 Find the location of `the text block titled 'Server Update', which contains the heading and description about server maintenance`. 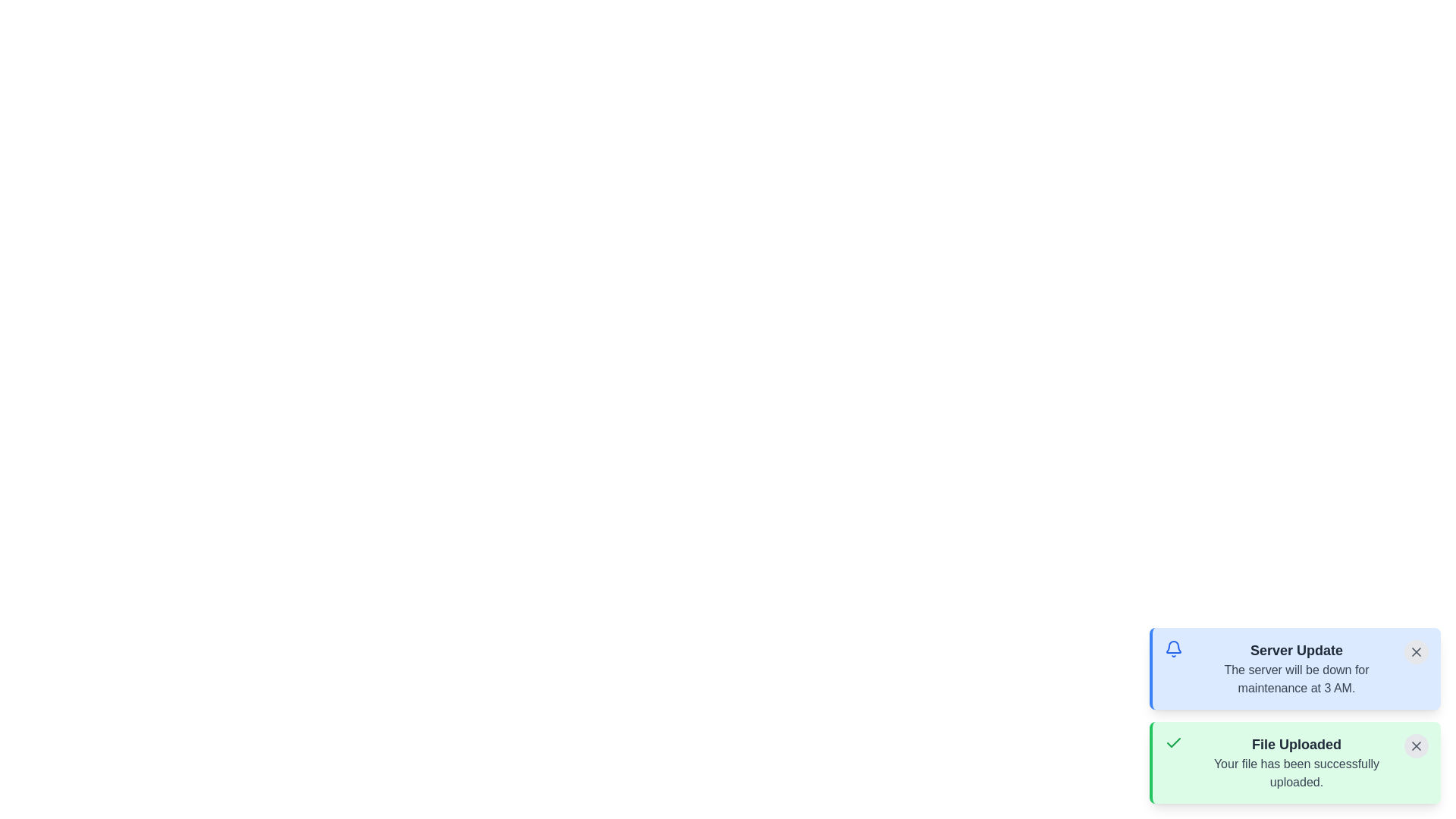

the text block titled 'Server Update', which contains the heading and description about server maintenance is located at coordinates (1295, 668).